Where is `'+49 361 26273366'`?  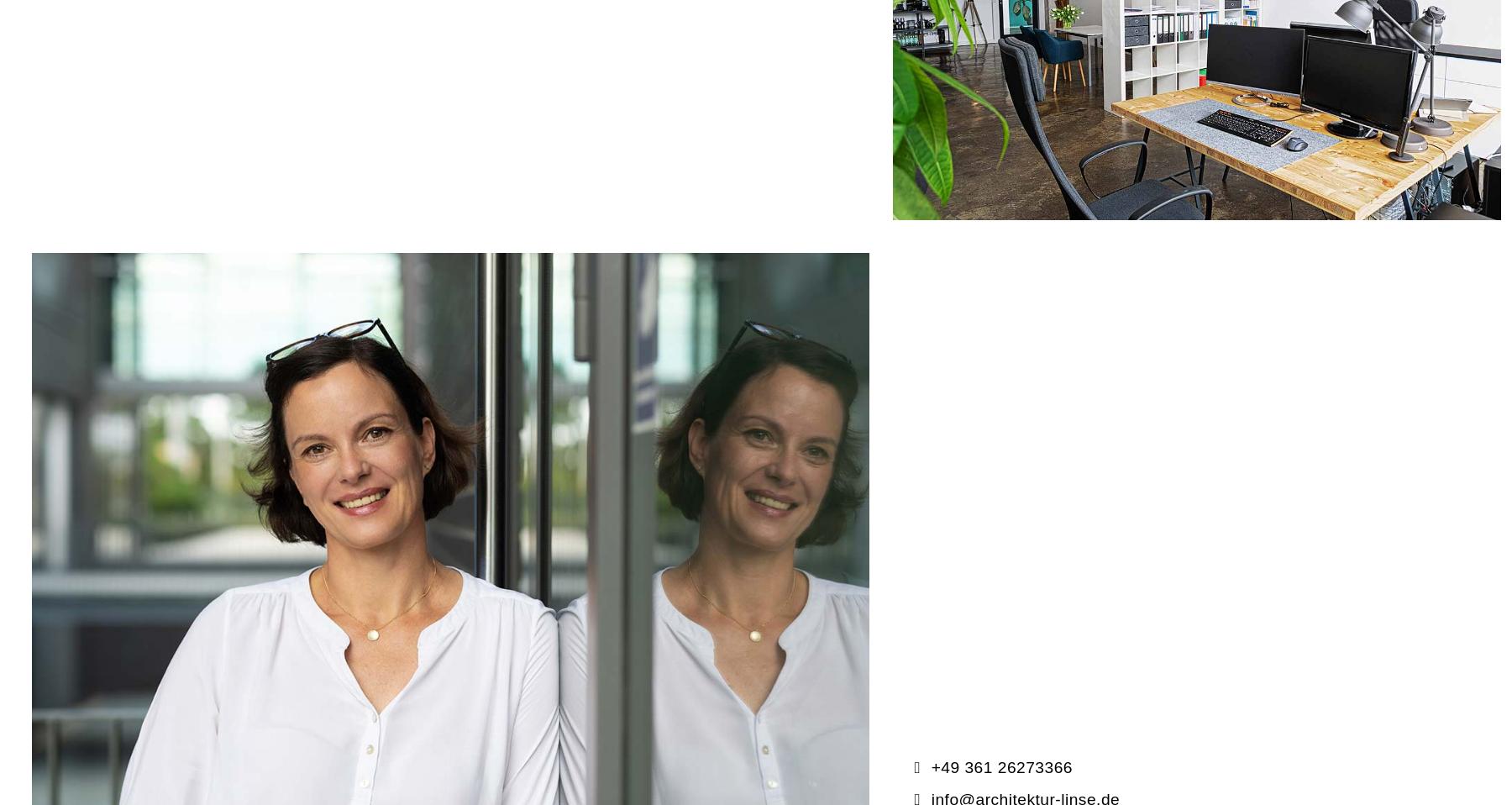
'+49 361 26273366' is located at coordinates (1127, 375).